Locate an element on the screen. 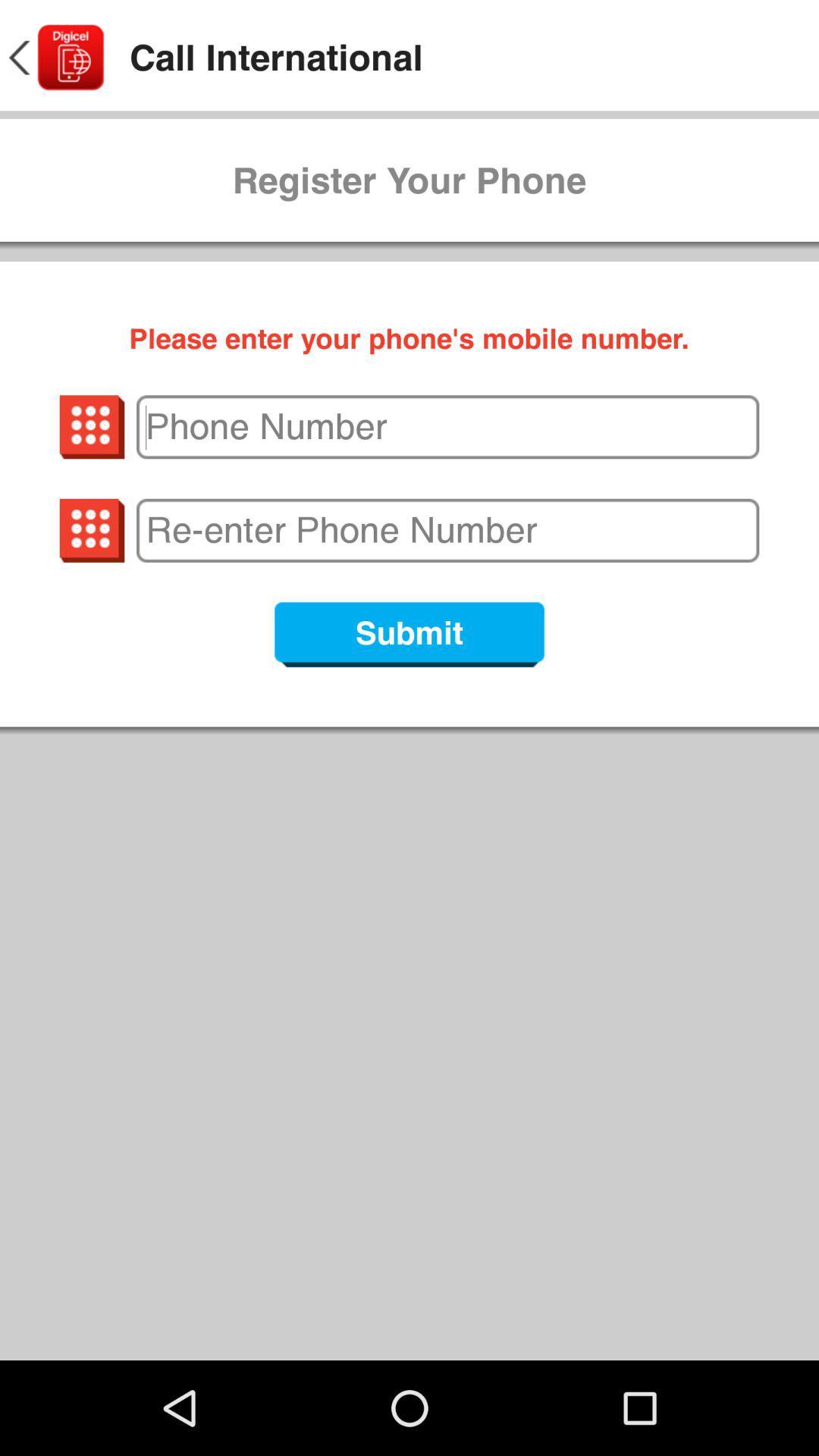 Image resolution: width=819 pixels, height=1456 pixels. the submit is located at coordinates (409, 634).